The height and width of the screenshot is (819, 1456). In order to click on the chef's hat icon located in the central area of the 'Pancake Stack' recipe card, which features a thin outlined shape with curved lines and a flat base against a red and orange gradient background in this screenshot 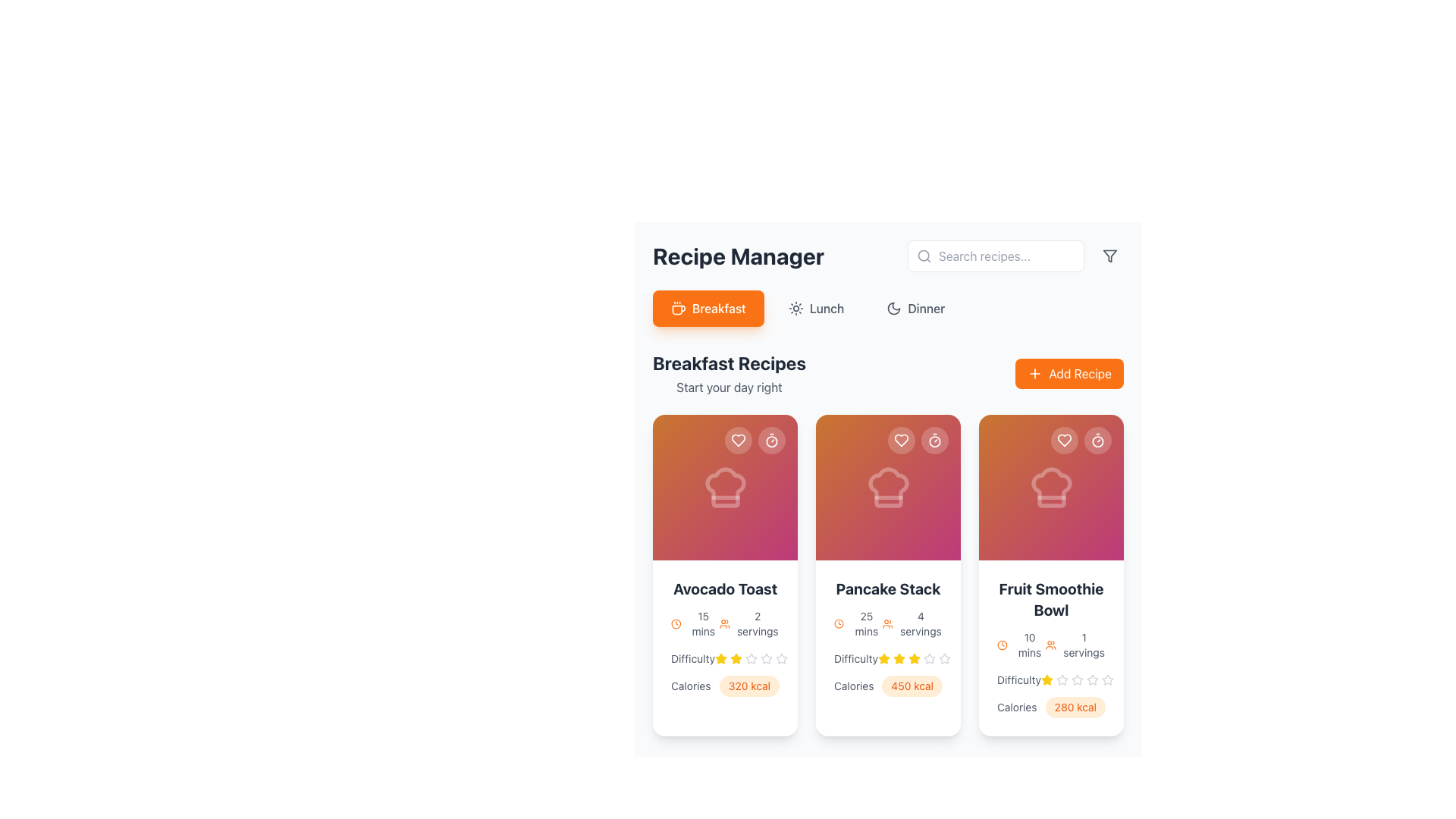, I will do `click(888, 488)`.